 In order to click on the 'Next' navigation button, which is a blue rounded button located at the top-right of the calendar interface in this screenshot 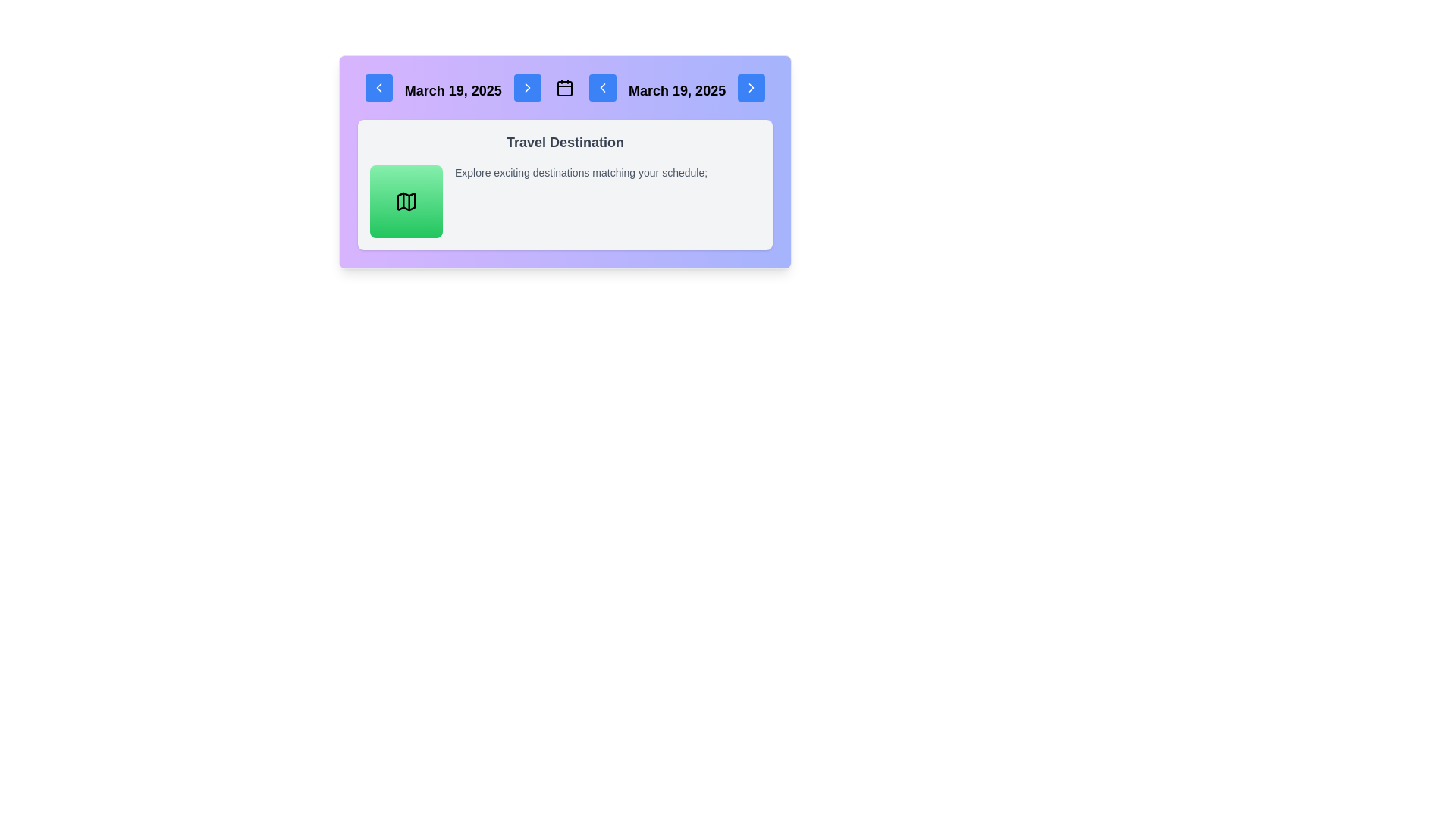, I will do `click(752, 87)`.